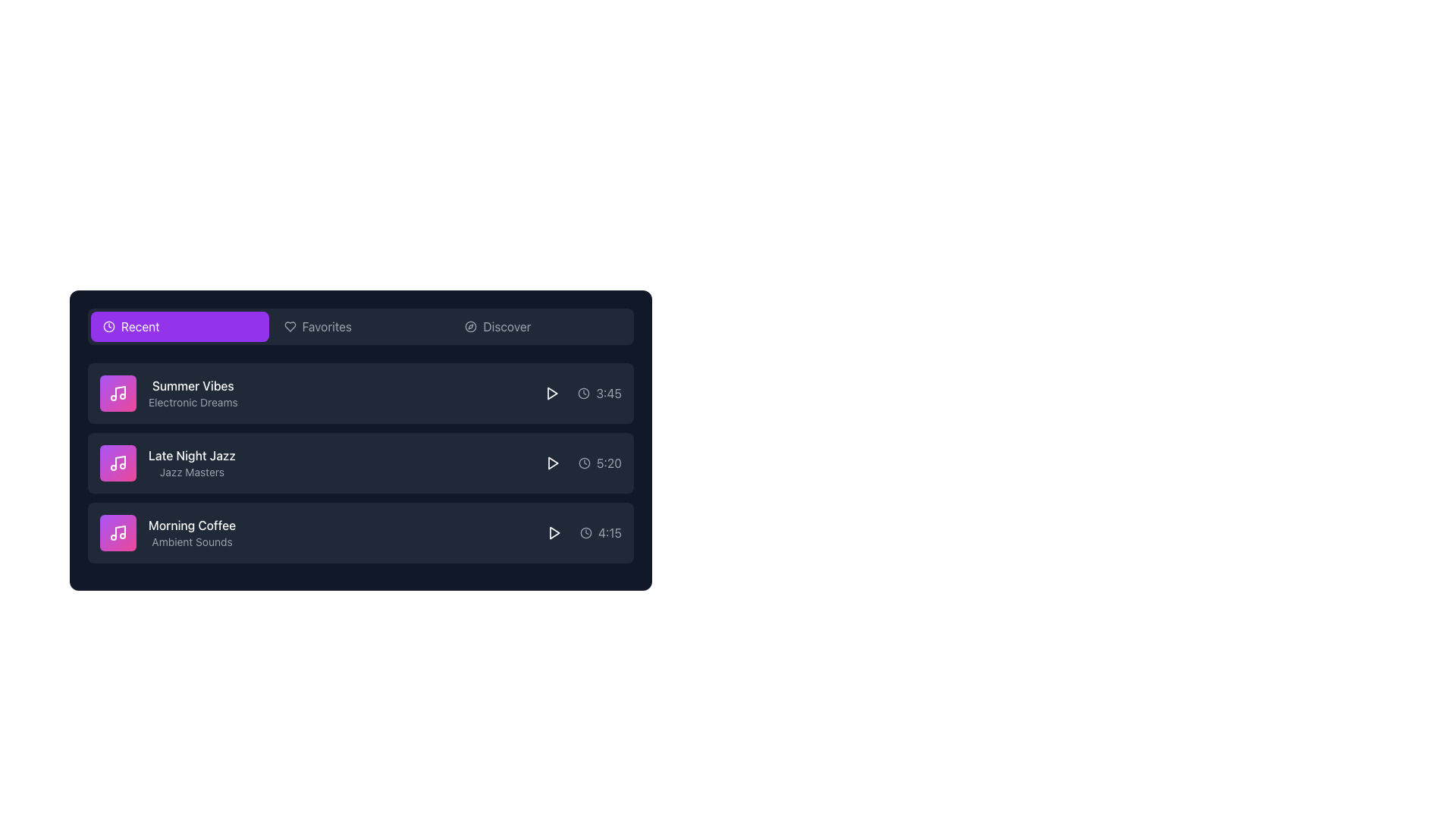 The height and width of the screenshot is (819, 1456). What do you see at coordinates (192, 393) in the screenshot?
I see `the 'Summer Vibes' text block, which is part of a vertical list under the 'Recent' header` at bounding box center [192, 393].